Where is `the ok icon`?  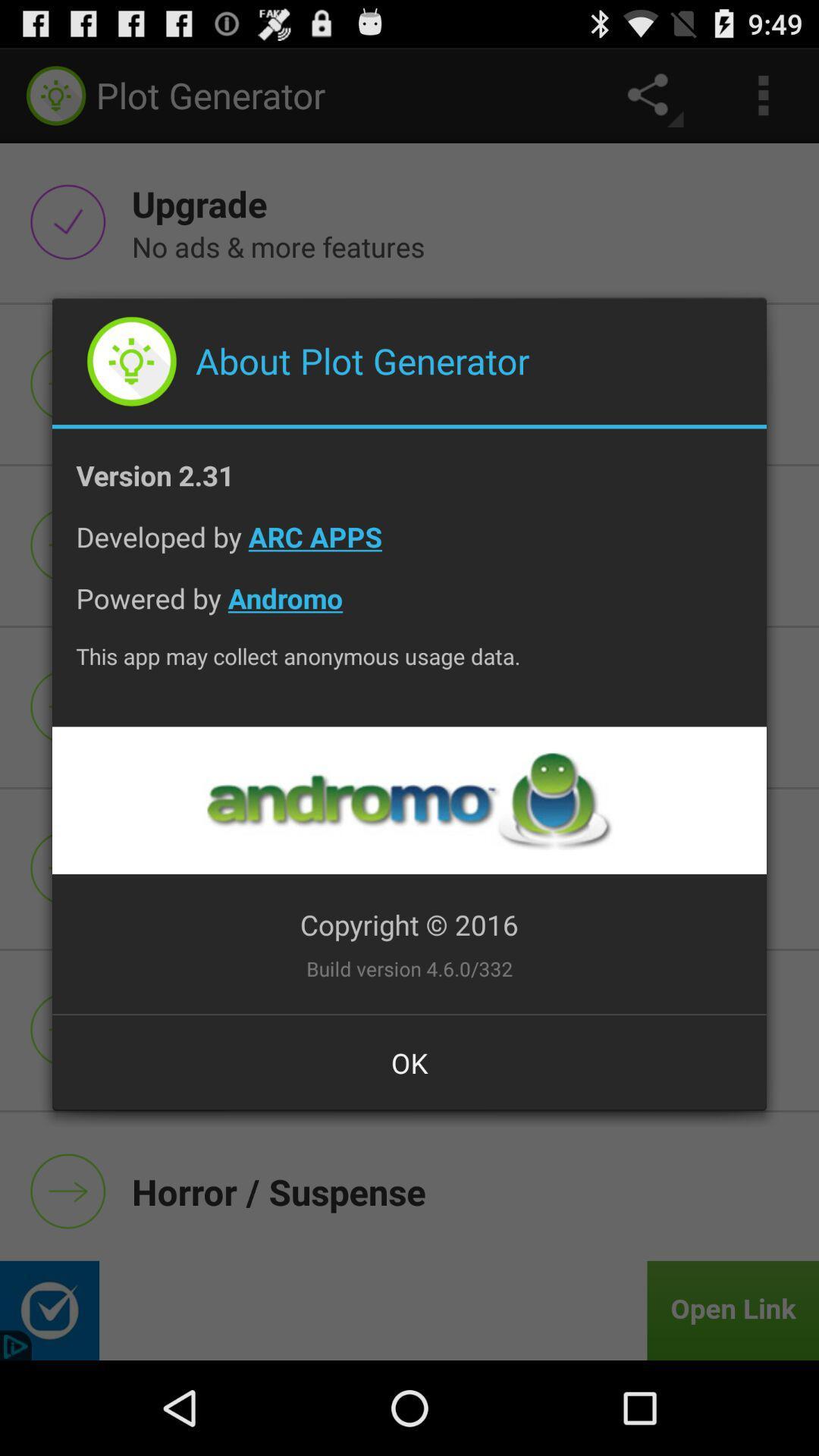 the ok icon is located at coordinates (409, 1062).